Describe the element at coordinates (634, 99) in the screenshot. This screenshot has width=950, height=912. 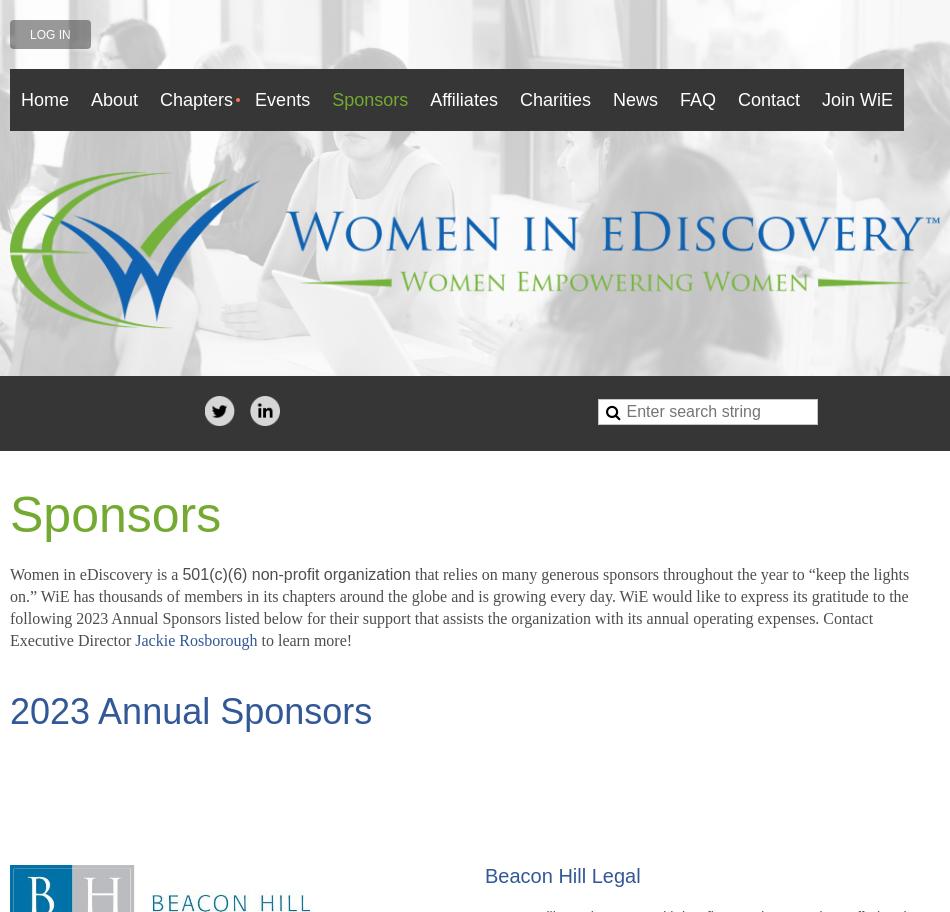
I see `'News'` at that location.